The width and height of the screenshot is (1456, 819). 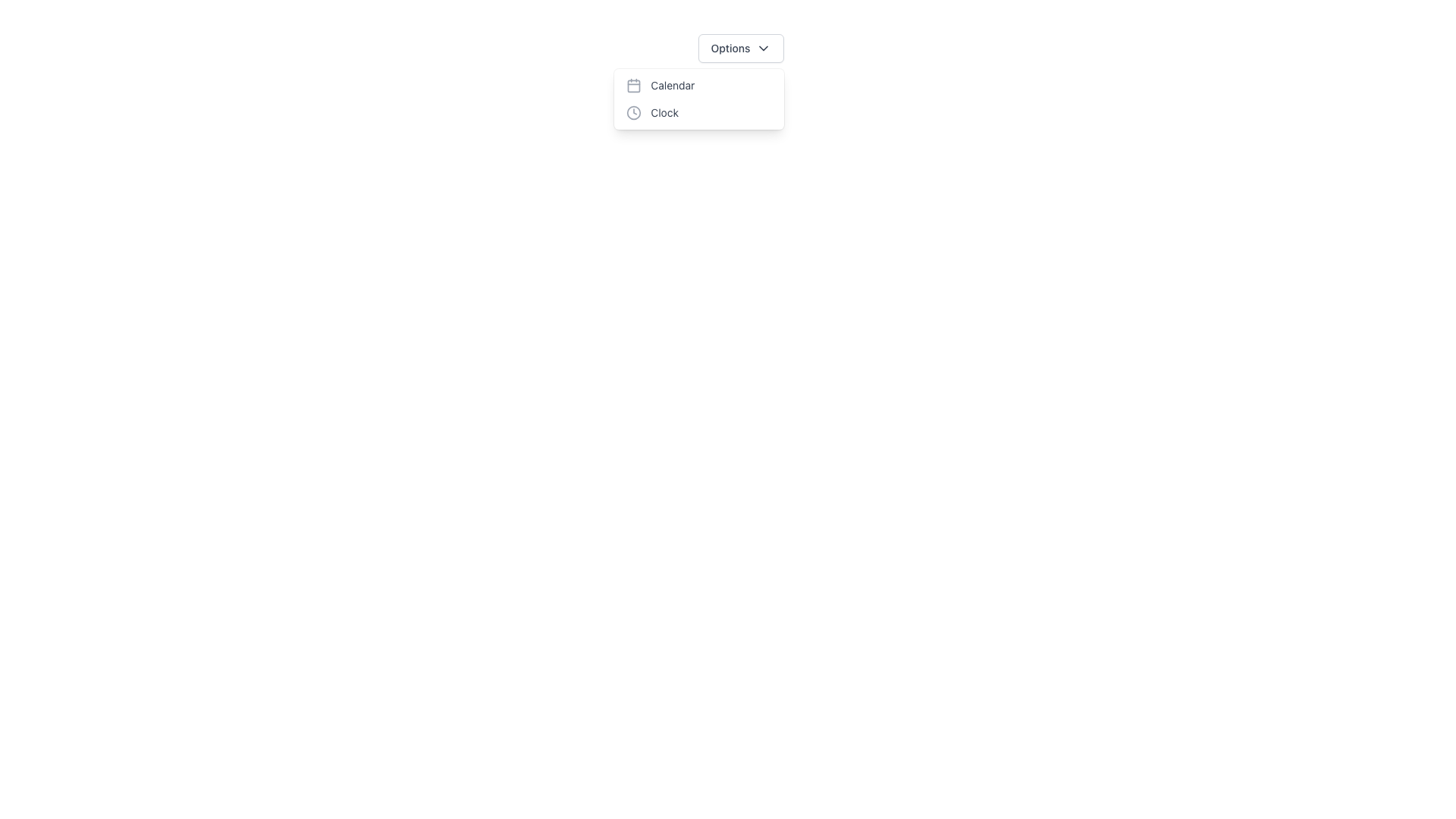 What do you see at coordinates (634, 112) in the screenshot?
I see `the decorative circle element of the clock icon located within the dropdown menu under the 'Options' label` at bounding box center [634, 112].